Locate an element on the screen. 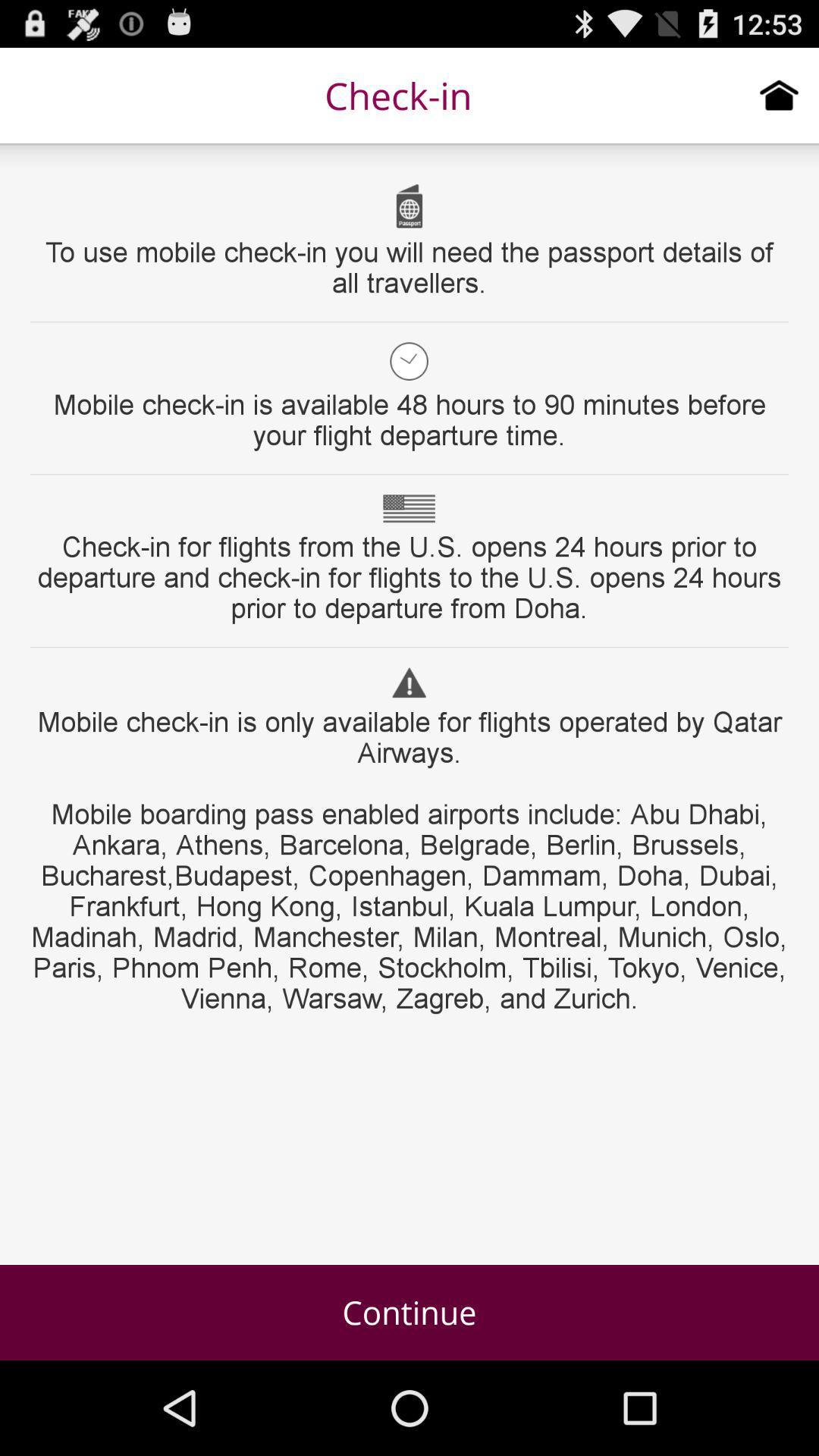 The height and width of the screenshot is (1456, 819). the continue icon is located at coordinates (409, 1312).